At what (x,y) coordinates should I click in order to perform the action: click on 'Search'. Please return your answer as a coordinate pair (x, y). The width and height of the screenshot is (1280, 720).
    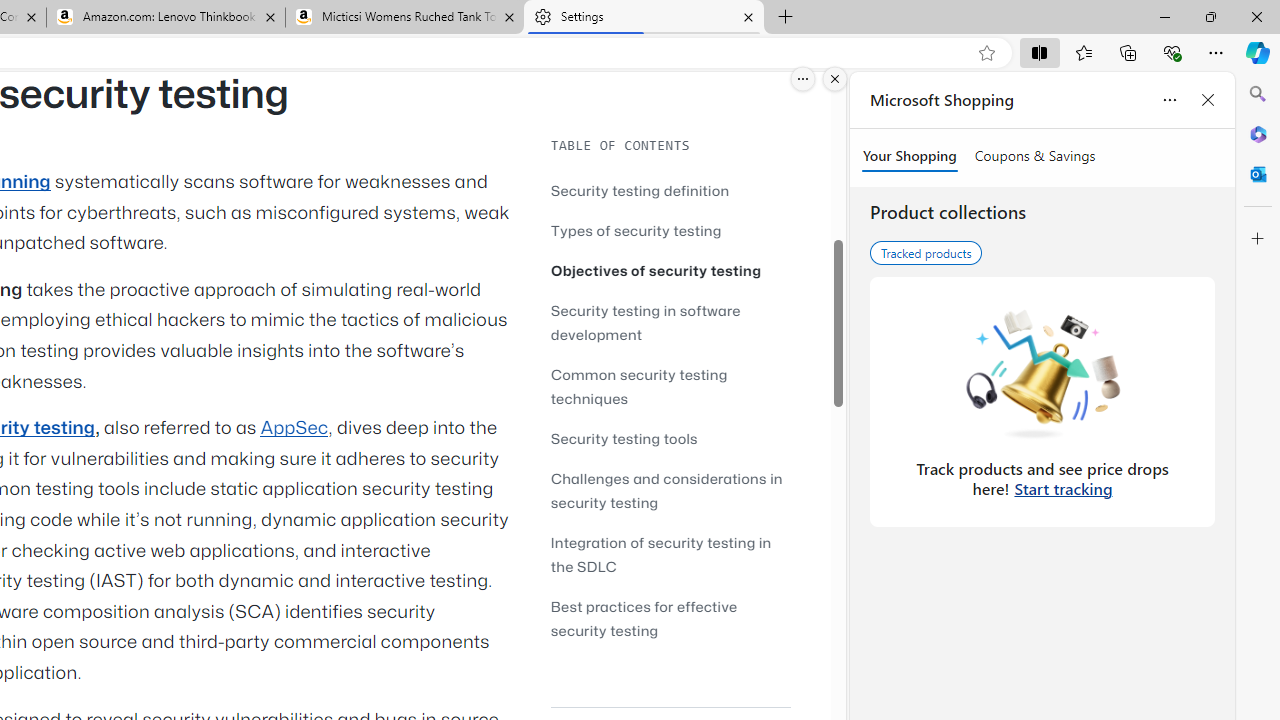
    Looking at the image, I should click on (1257, 94).